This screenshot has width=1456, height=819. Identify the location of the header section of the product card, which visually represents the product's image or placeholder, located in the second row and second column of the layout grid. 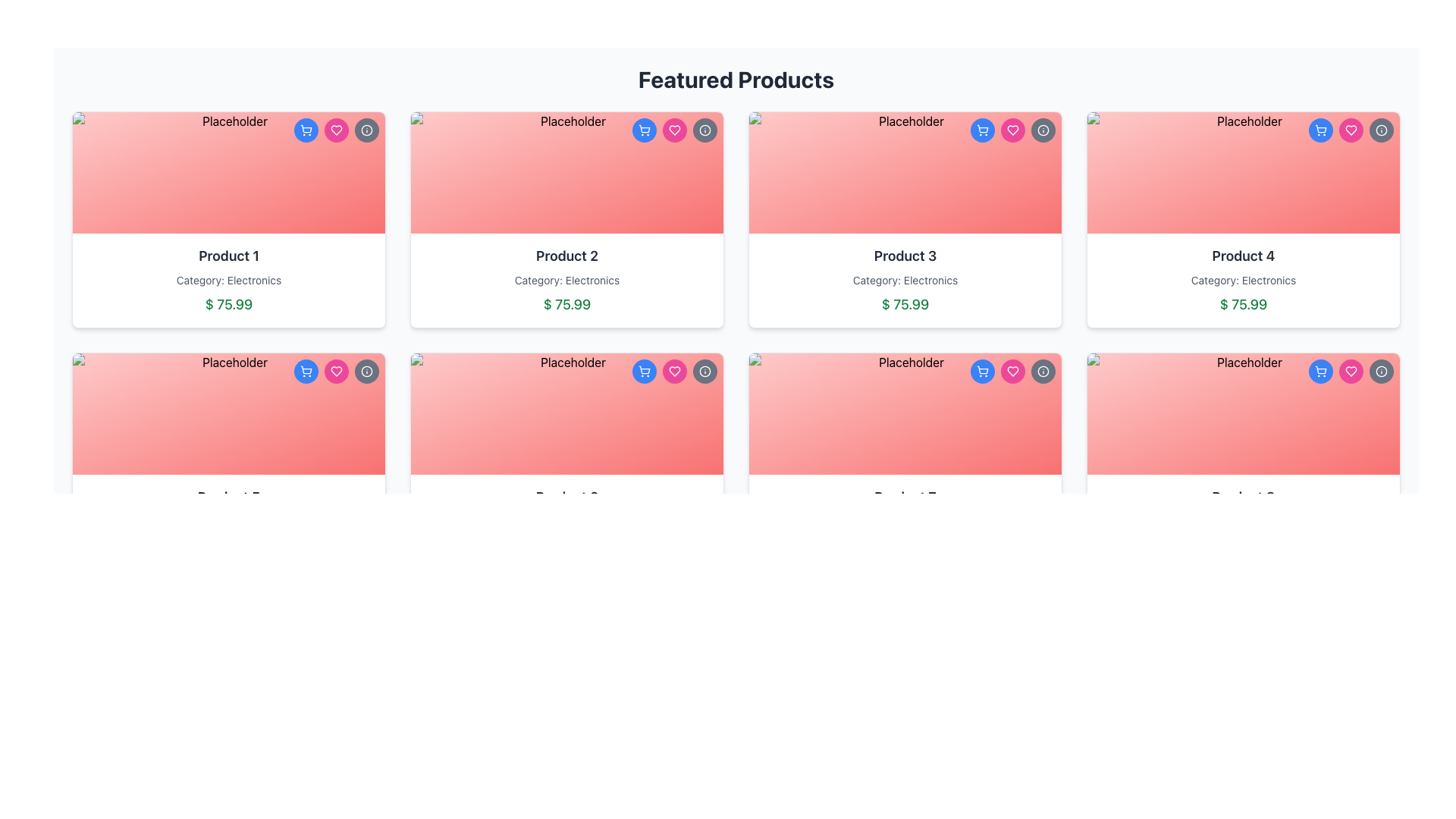
(566, 414).